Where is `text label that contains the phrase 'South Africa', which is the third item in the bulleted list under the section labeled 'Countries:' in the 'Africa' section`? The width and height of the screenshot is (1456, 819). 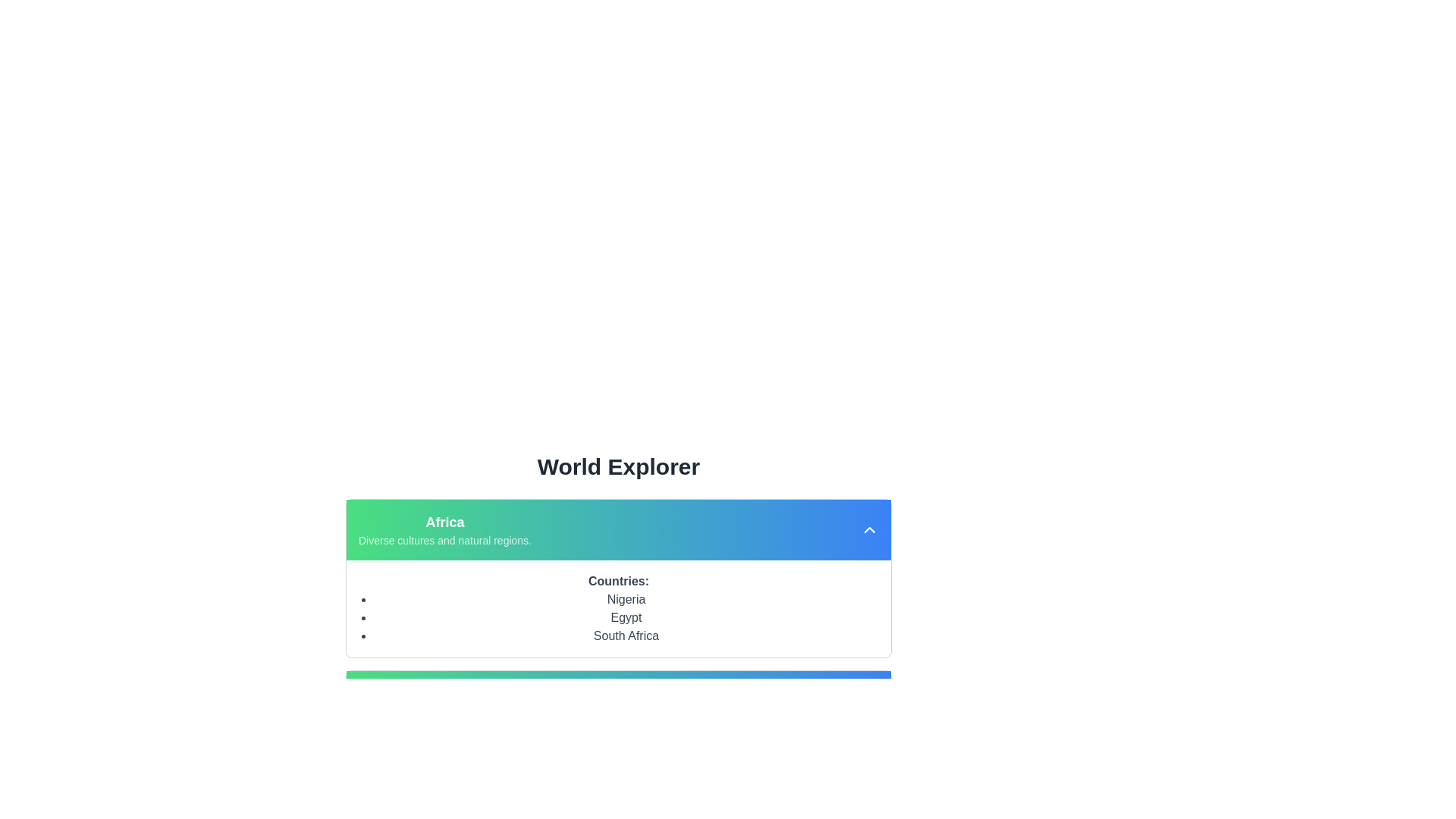 text label that contains the phrase 'South Africa', which is the third item in the bulleted list under the section labeled 'Countries:' in the 'Africa' section is located at coordinates (626, 636).